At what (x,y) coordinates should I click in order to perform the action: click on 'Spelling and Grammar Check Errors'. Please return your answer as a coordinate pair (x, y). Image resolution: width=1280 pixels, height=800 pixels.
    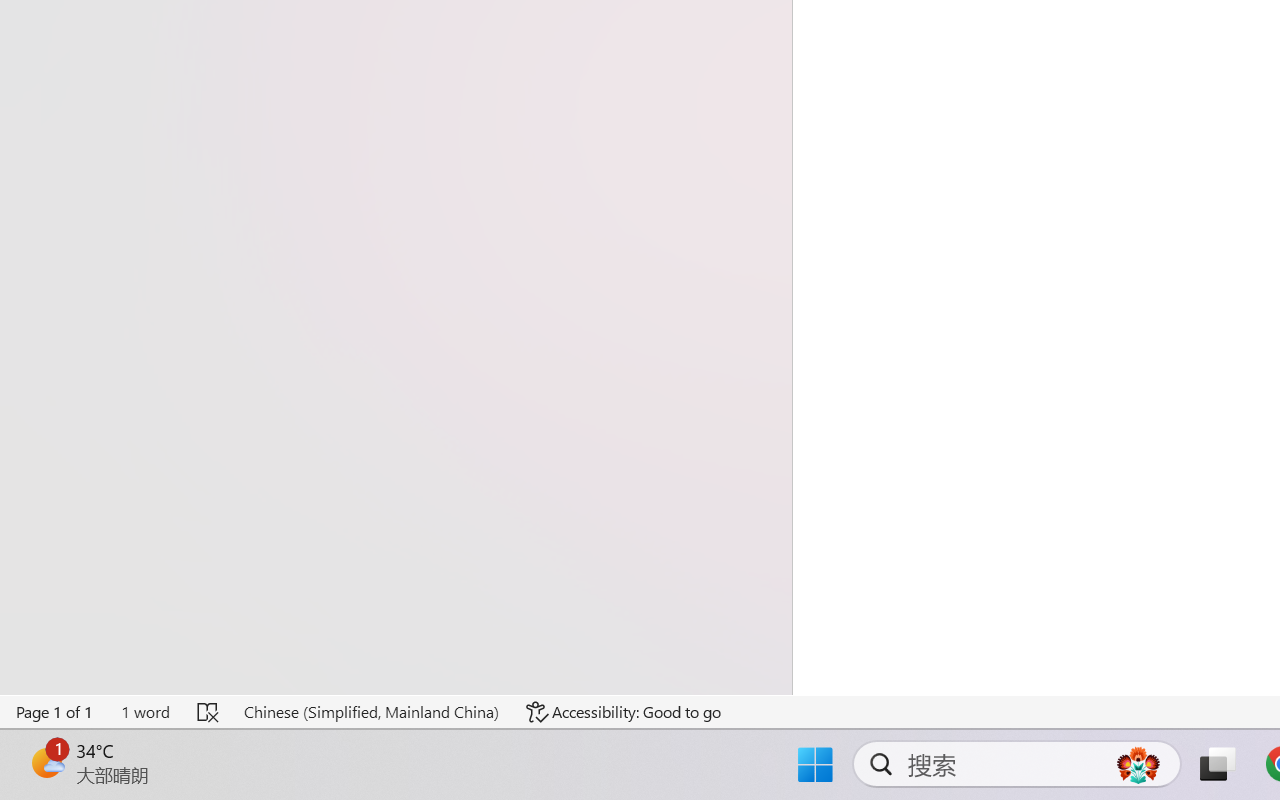
    Looking at the image, I should click on (209, 711).